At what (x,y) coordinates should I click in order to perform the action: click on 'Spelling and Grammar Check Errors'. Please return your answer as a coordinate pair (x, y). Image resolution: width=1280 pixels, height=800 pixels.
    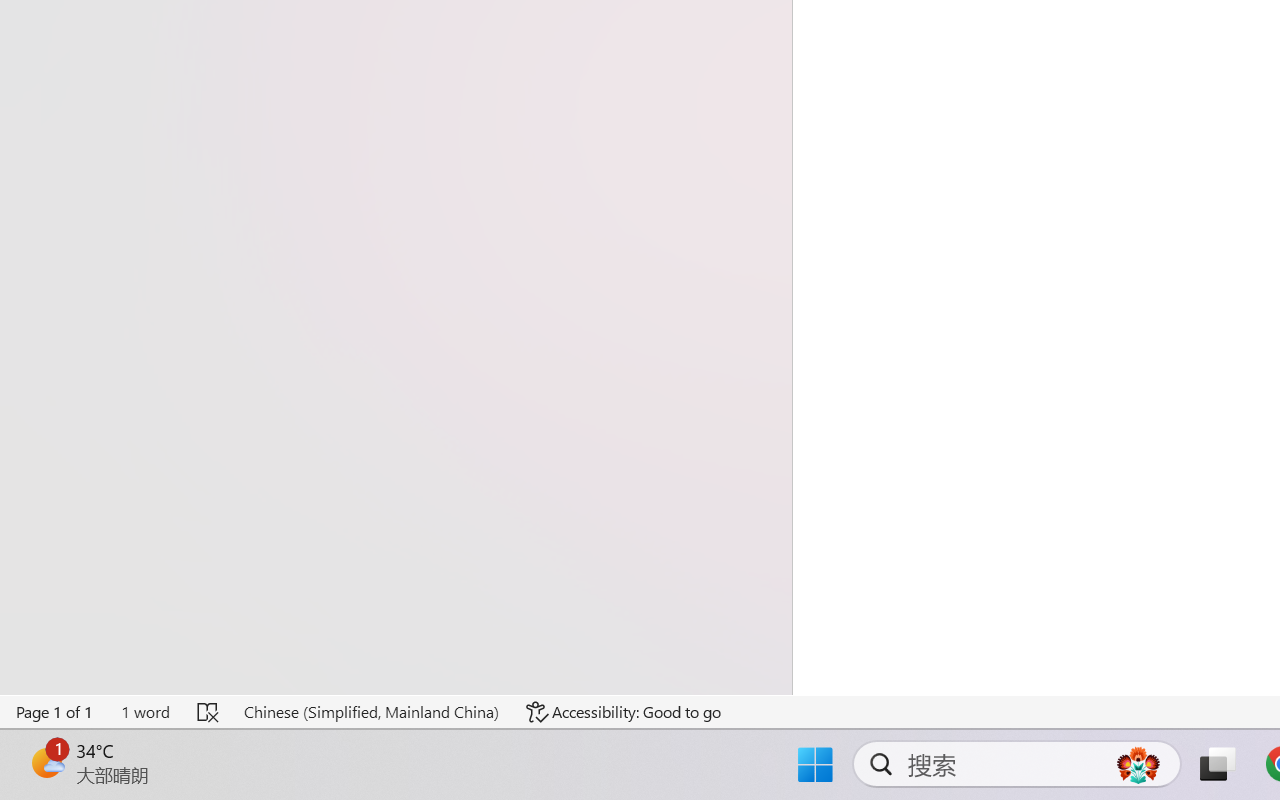
    Looking at the image, I should click on (209, 711).